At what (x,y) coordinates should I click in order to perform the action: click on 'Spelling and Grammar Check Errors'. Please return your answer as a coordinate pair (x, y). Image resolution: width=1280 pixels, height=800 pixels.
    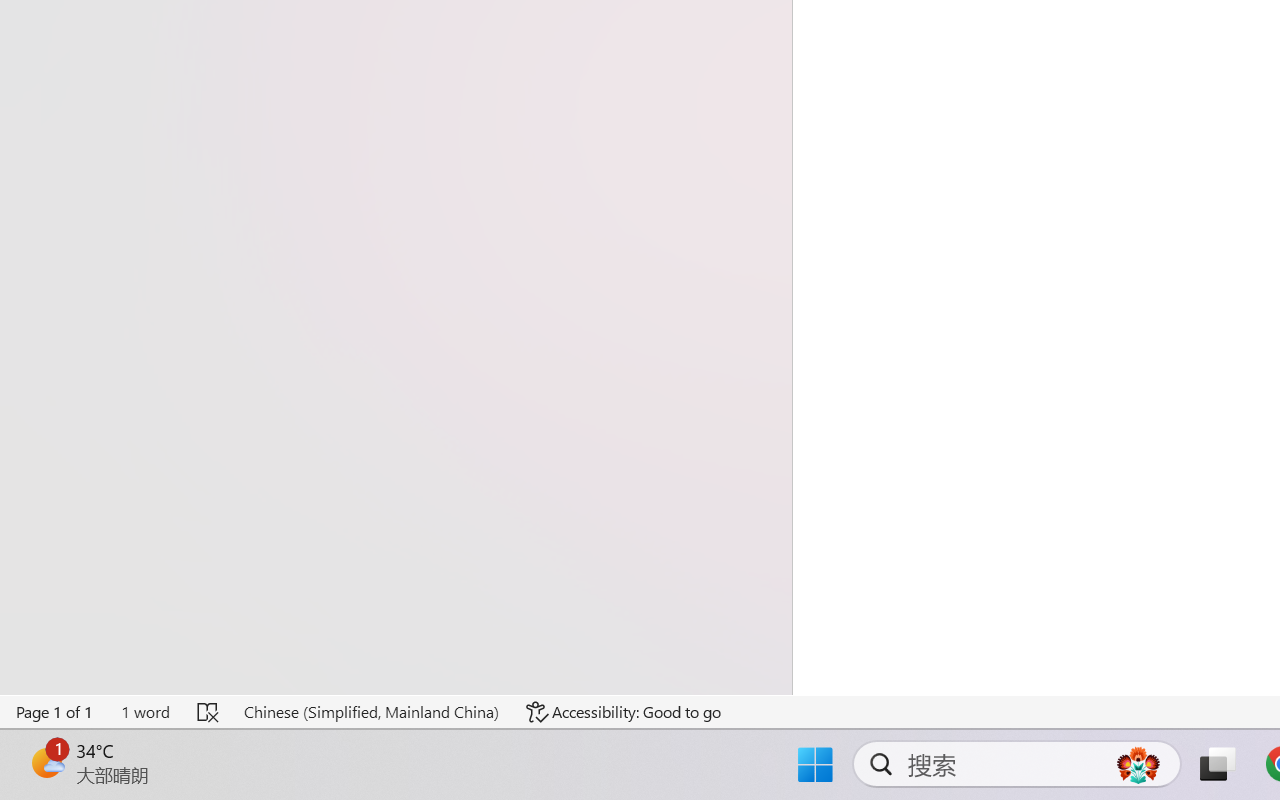
    Looking at the image, I should click on (209, 711).